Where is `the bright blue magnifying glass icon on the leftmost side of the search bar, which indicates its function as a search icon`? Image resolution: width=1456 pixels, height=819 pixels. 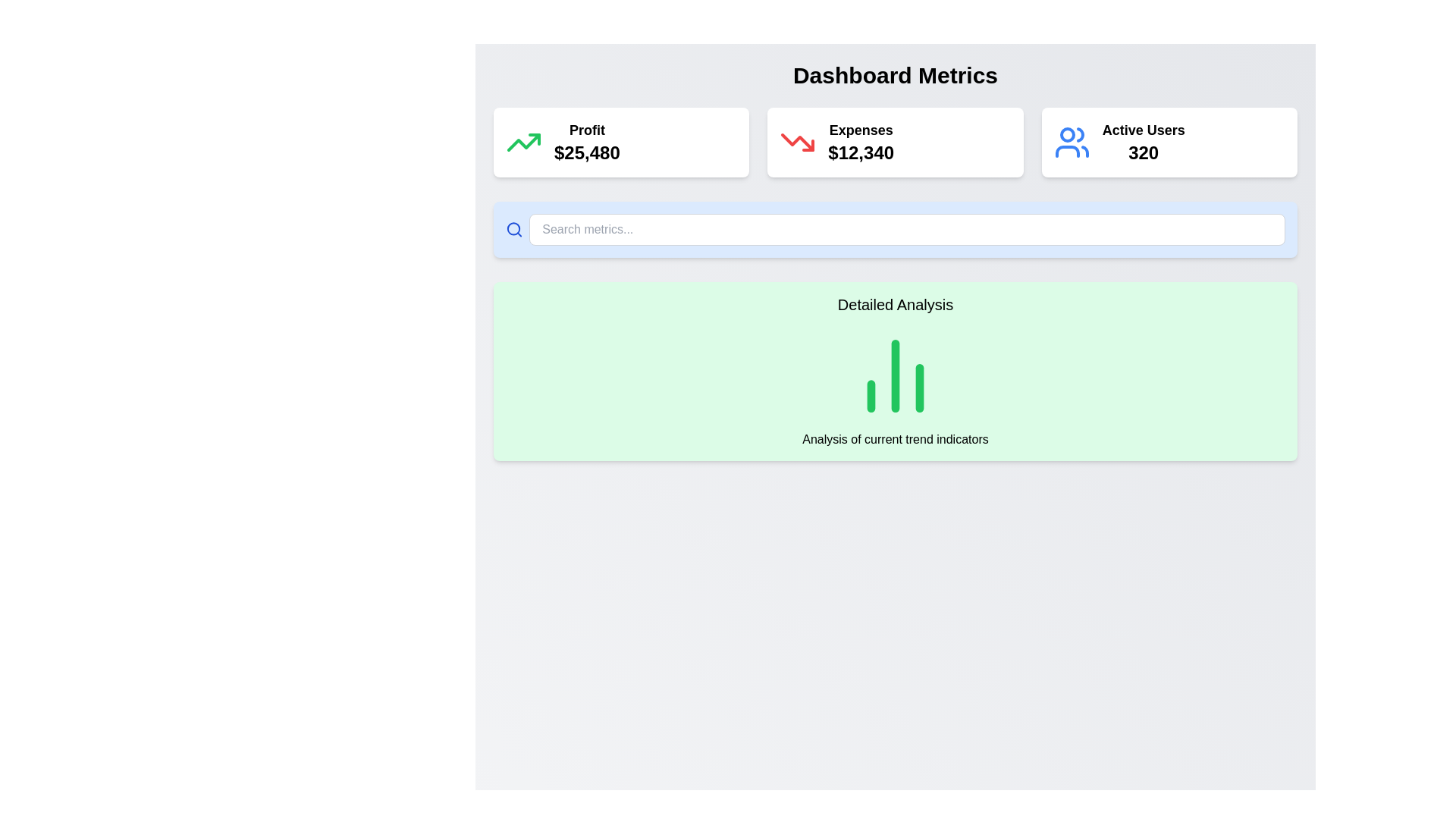 the bright blue magnifying glass icon on the leftmost side of the search bar, which indicates its function as a search icon is located at coordinates (514, 230).